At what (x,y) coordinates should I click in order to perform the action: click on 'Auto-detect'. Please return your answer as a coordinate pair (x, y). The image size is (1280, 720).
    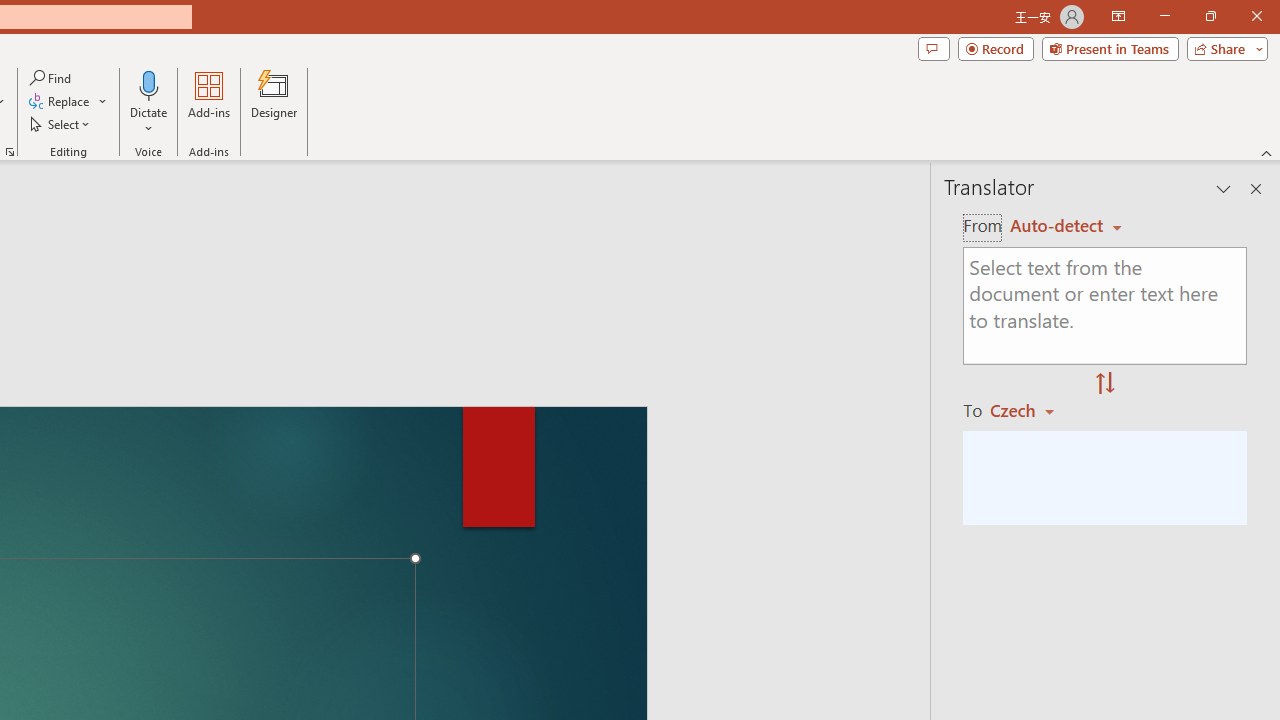
    Looking at the image, I should click on (1065, 225).